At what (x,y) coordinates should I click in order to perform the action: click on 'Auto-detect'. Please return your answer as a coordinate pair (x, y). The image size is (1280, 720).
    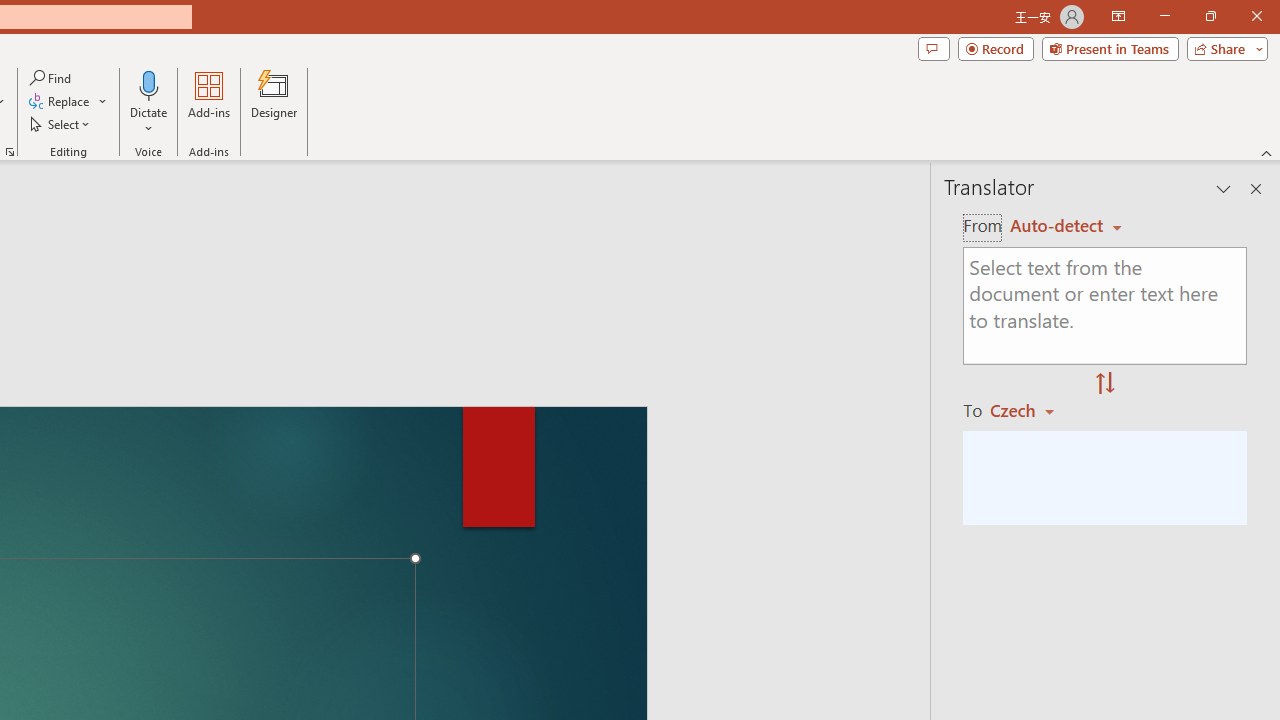
    Looking at the image, I should click on (1065, 225).